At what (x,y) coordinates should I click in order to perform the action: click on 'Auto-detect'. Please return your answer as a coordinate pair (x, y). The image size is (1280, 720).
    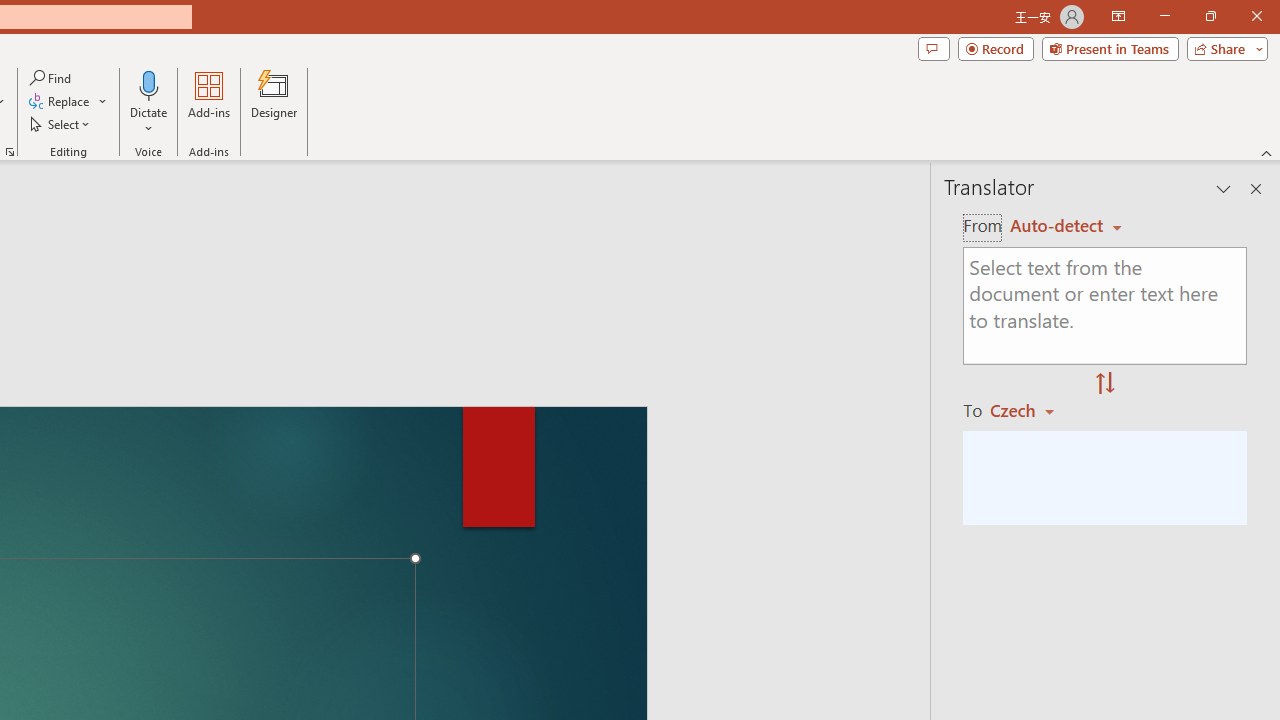
    Looking at the image, I should click on (1065, 225).